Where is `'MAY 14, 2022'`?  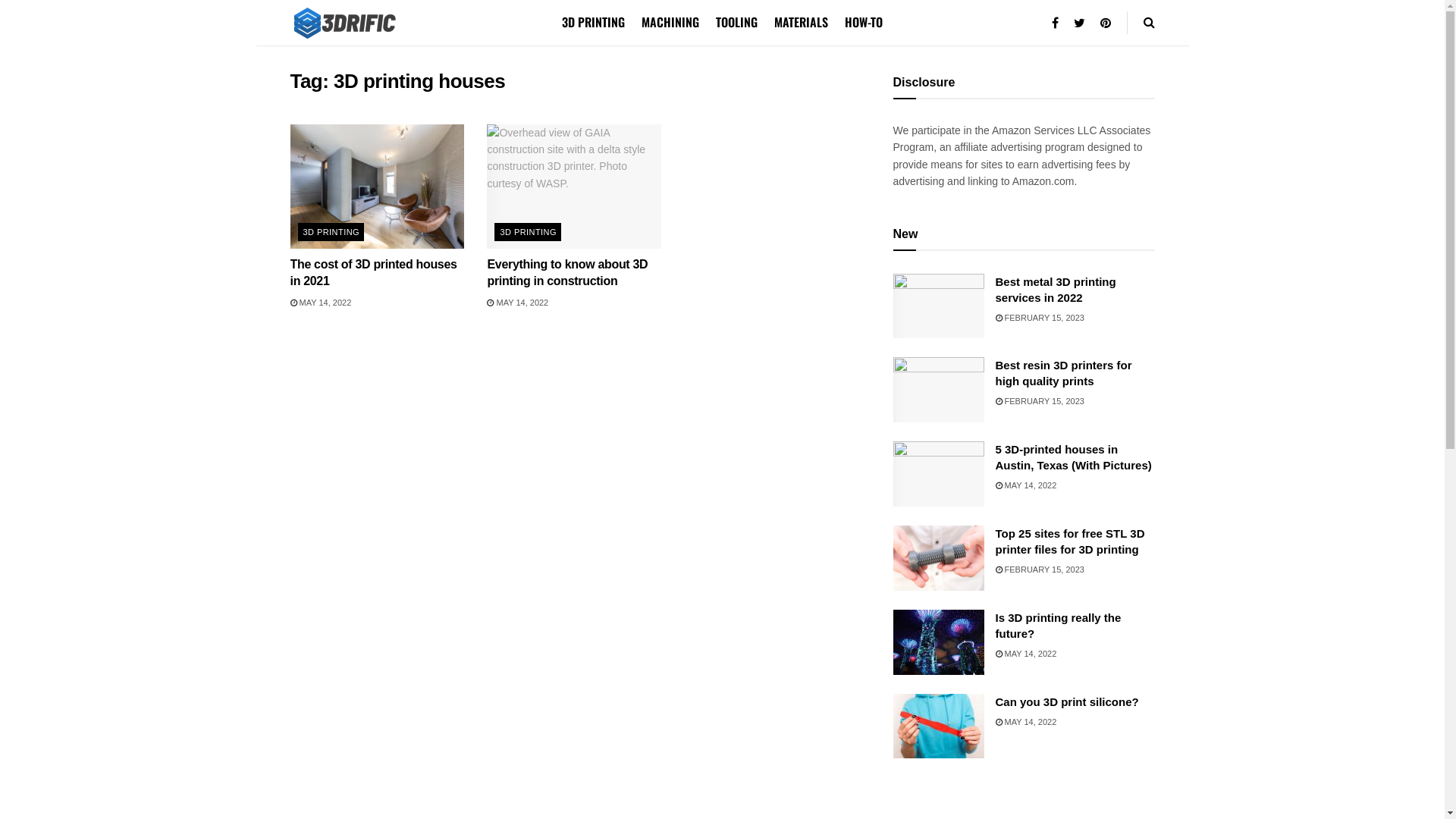
'MAY 14, 2022' is located at coordinates (1025, 485).